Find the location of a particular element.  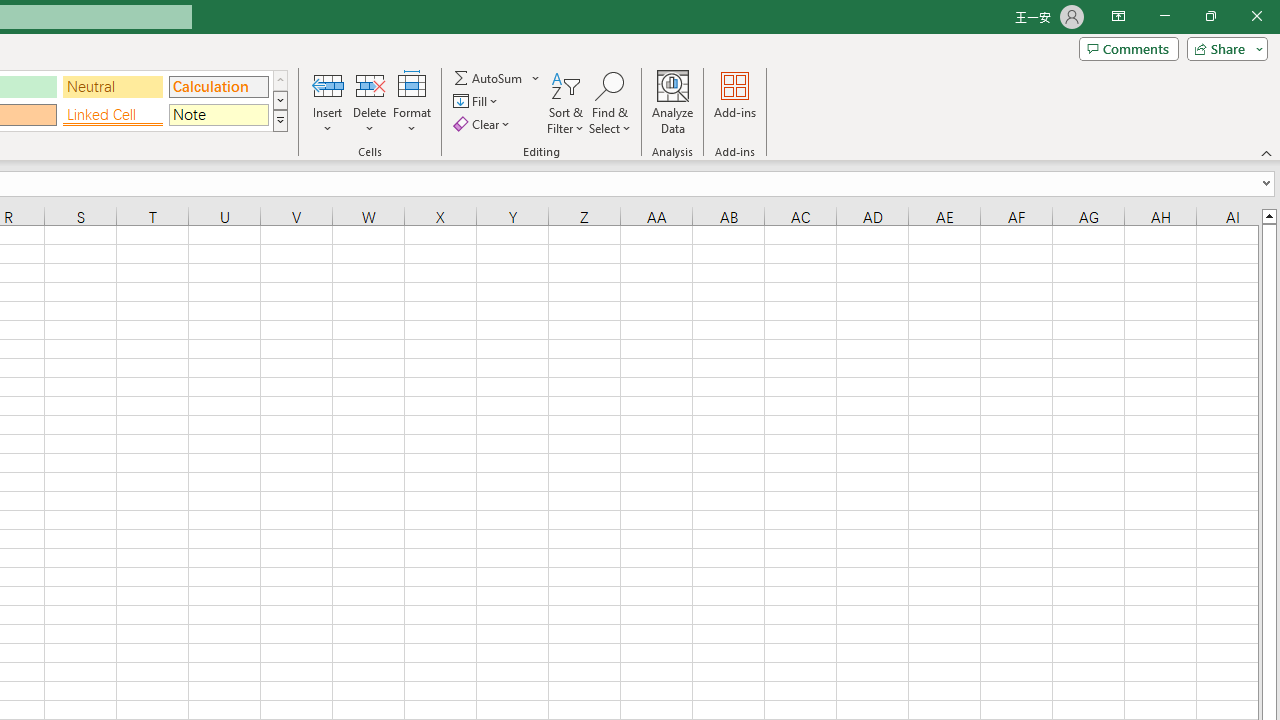

'Linked Cell' is located at coordinates (112, 114).